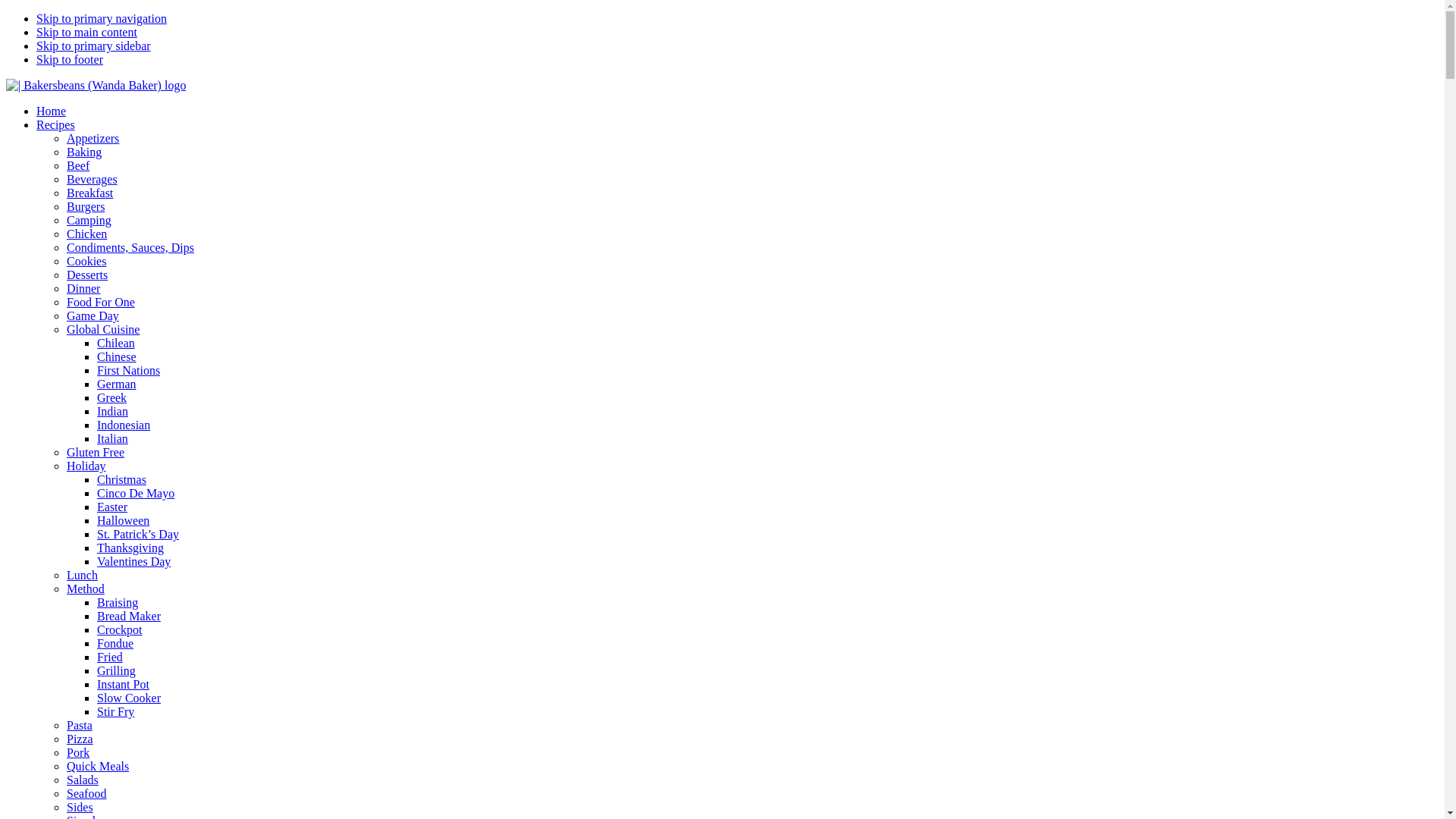  I want to click on 'Recipes', so click(55, 124).